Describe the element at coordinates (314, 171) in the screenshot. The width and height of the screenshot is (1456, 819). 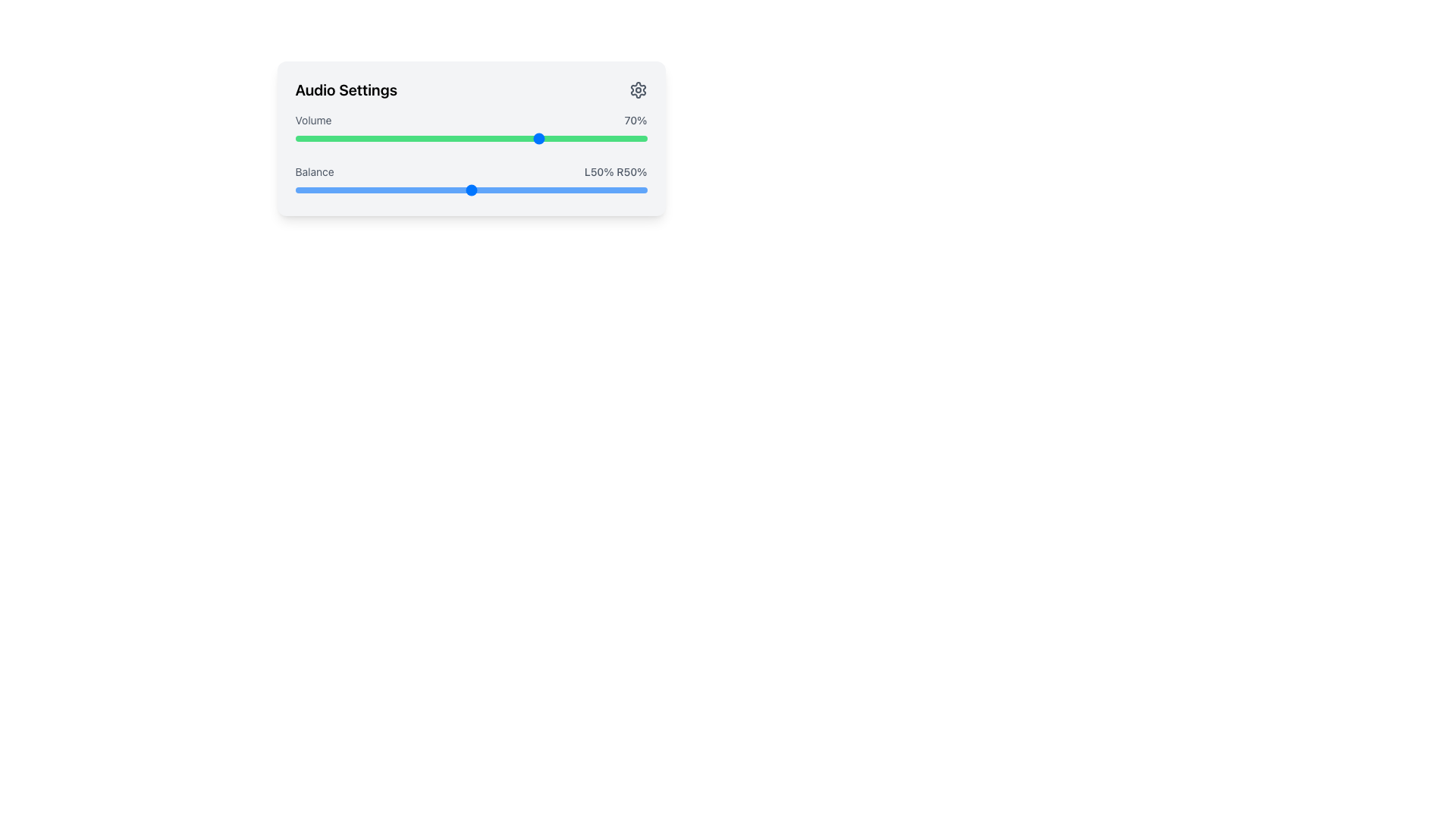
I see `the 'Balance' label text, which is displayed in light gray color and is positioned to the left of the slider bar labeled 'L50% R50%'` at that location.